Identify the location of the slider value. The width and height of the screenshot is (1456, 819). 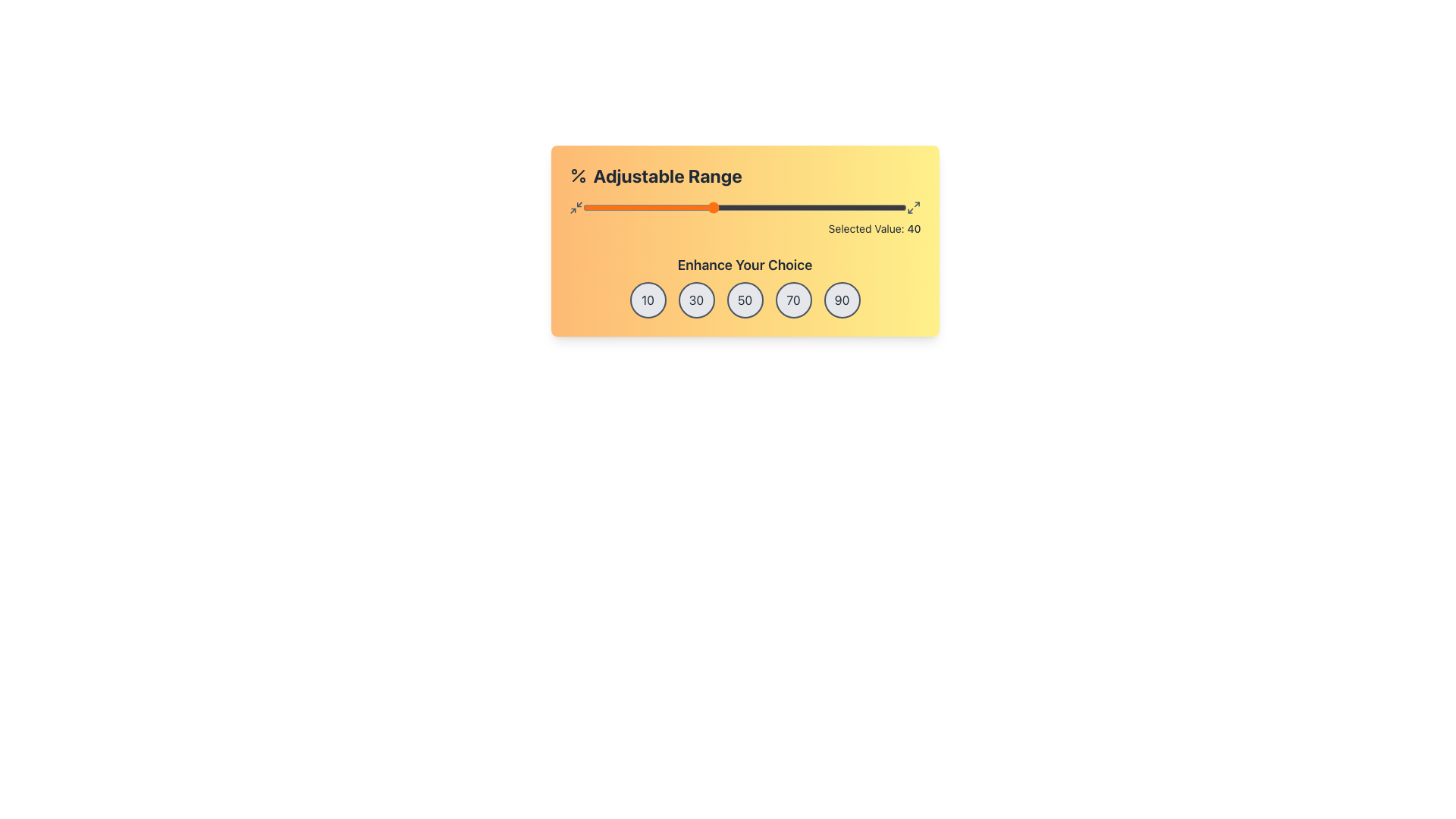
(729, 207).